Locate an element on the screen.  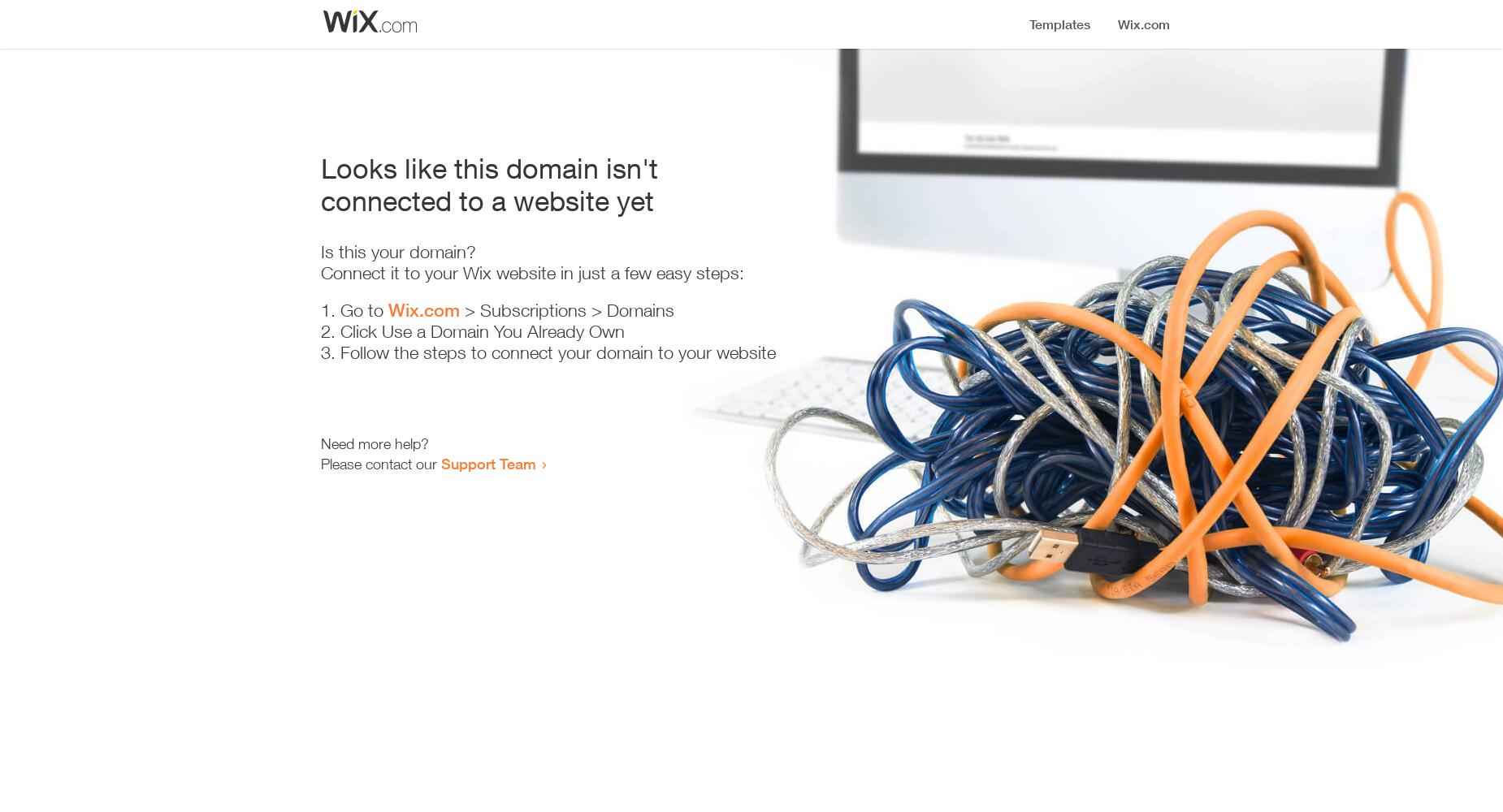
'Wix.com' is located at coordinates (388, 310).